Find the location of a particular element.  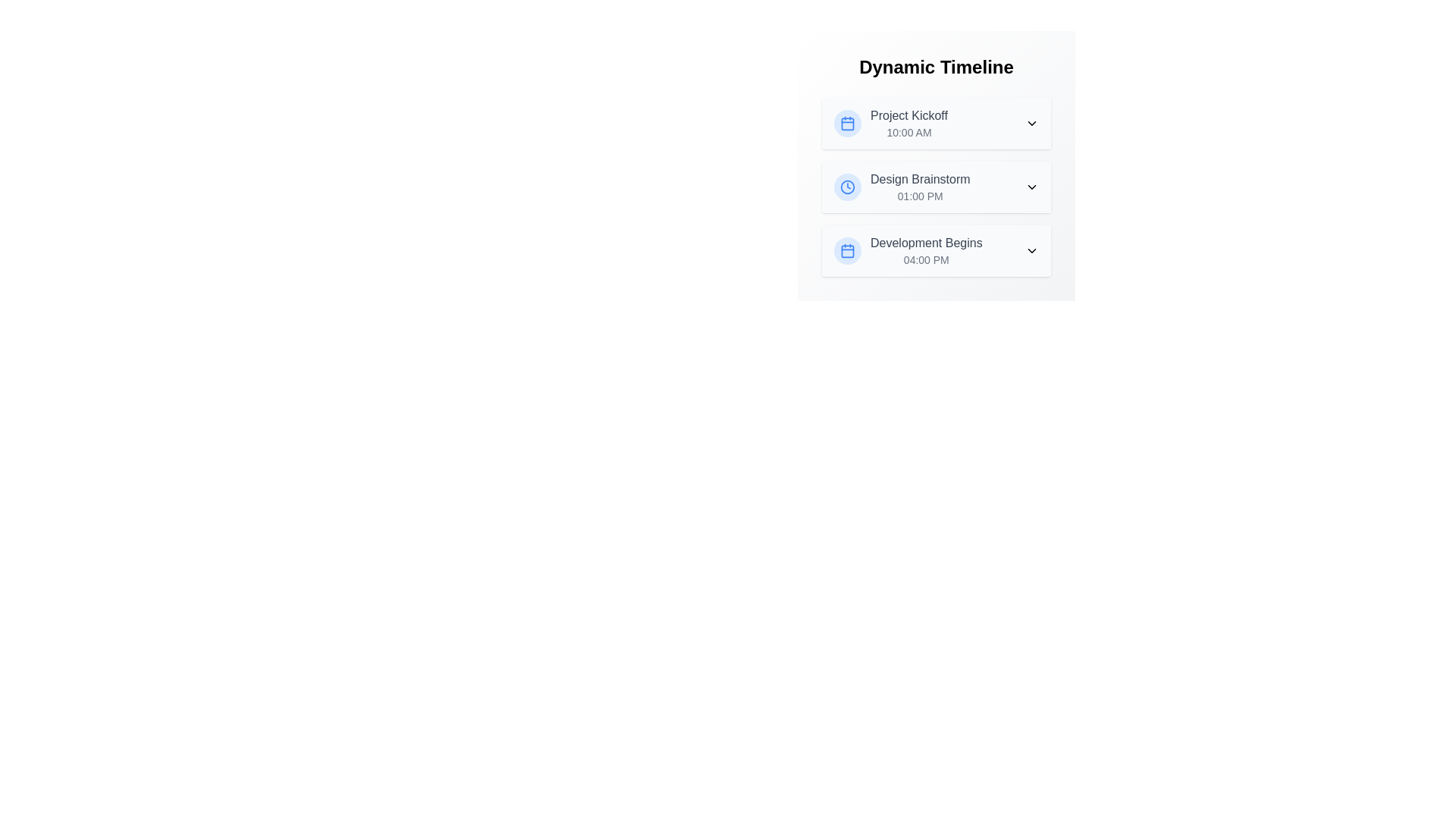

the text label element displaying '04:00 PM' located below the bold header 'Development Begins' within the timeline section is located at coordinates (925, 259).